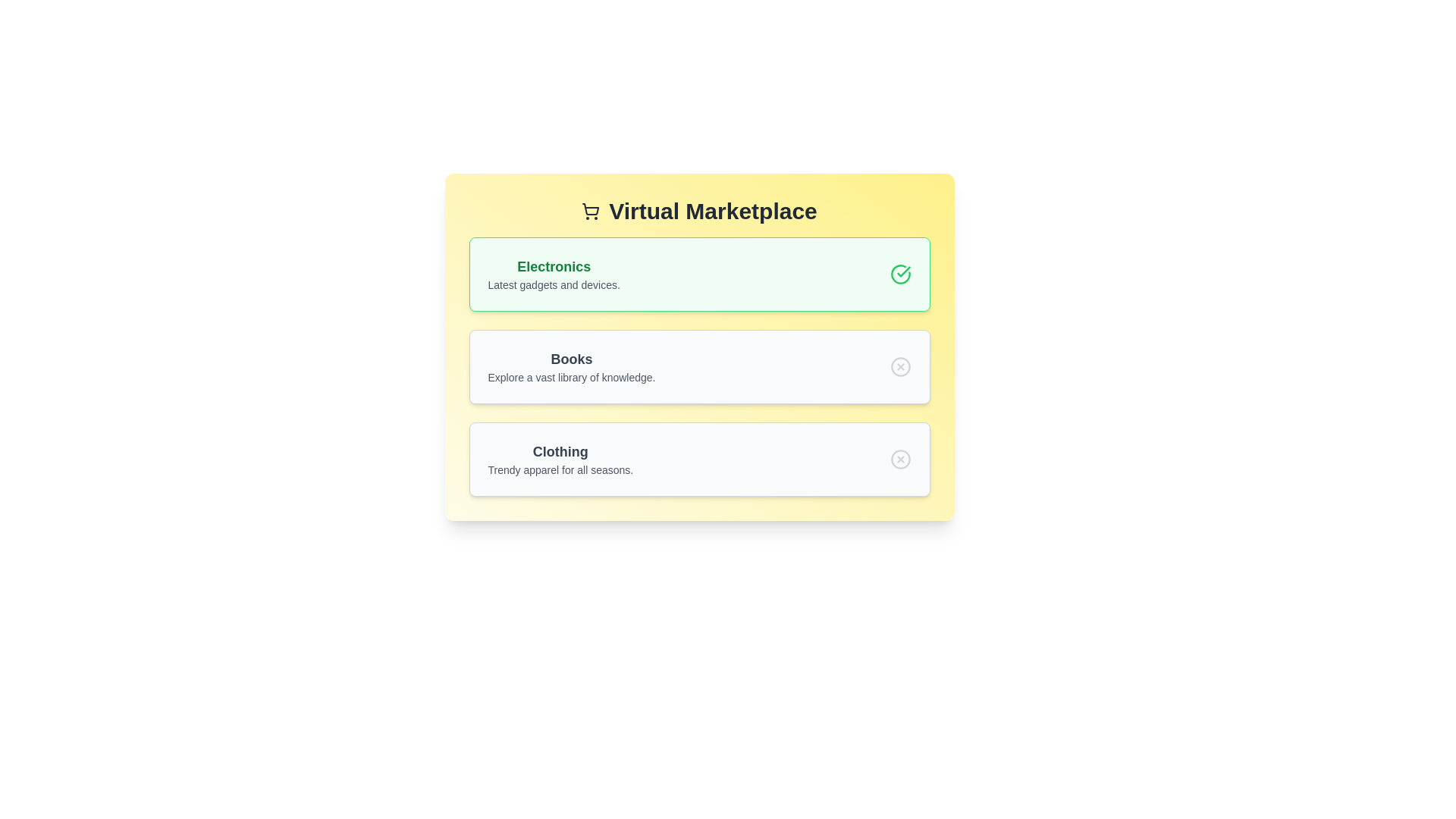 The width and height of the screenshot is (1456, 819). I want to click on the category item Books to view its hover effect, so click(570, 366).